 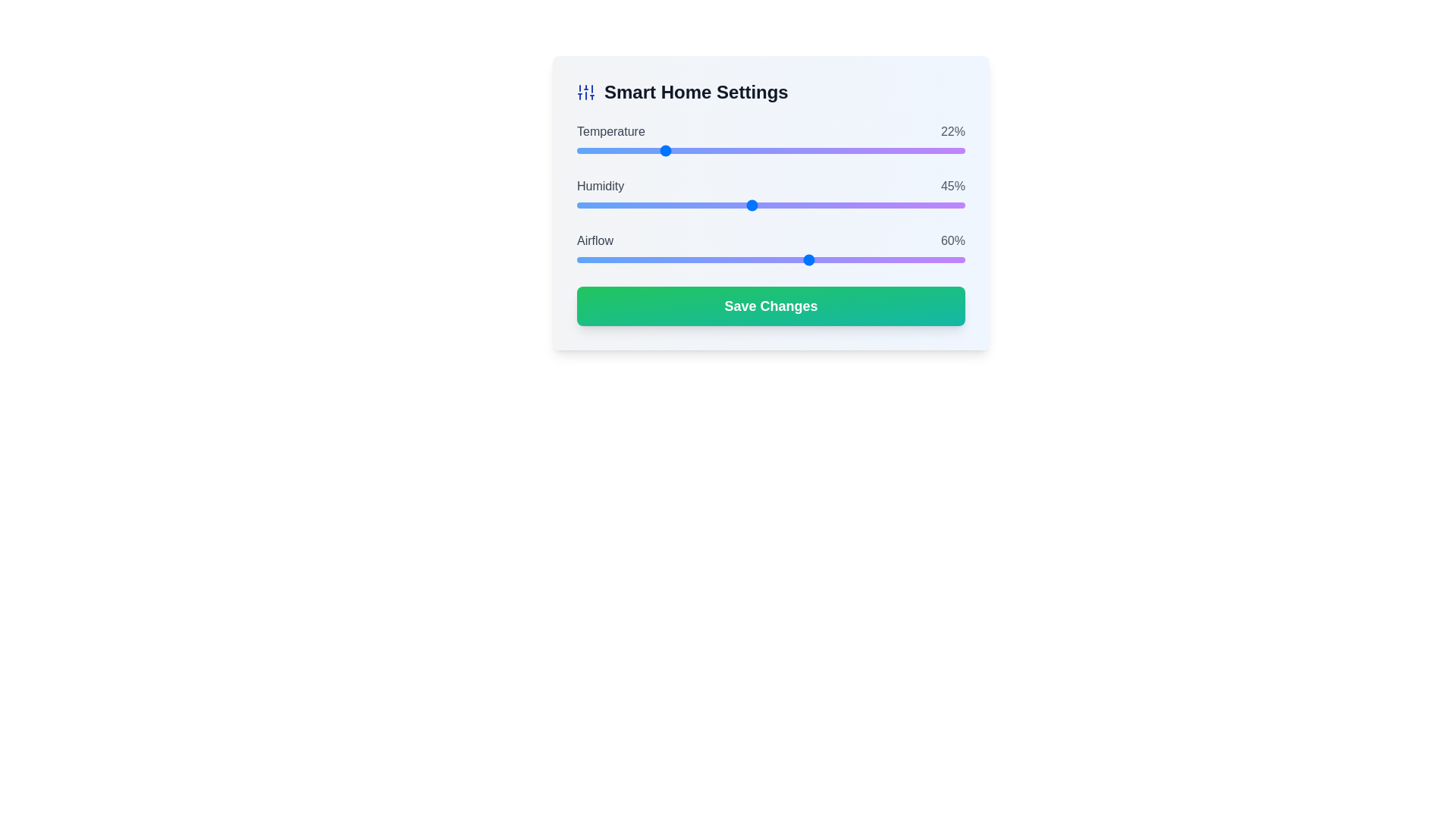 What do you see at coordinates (929, 201) in the screenshot?
I see `the humidity level` at bounding box center [929, 201].